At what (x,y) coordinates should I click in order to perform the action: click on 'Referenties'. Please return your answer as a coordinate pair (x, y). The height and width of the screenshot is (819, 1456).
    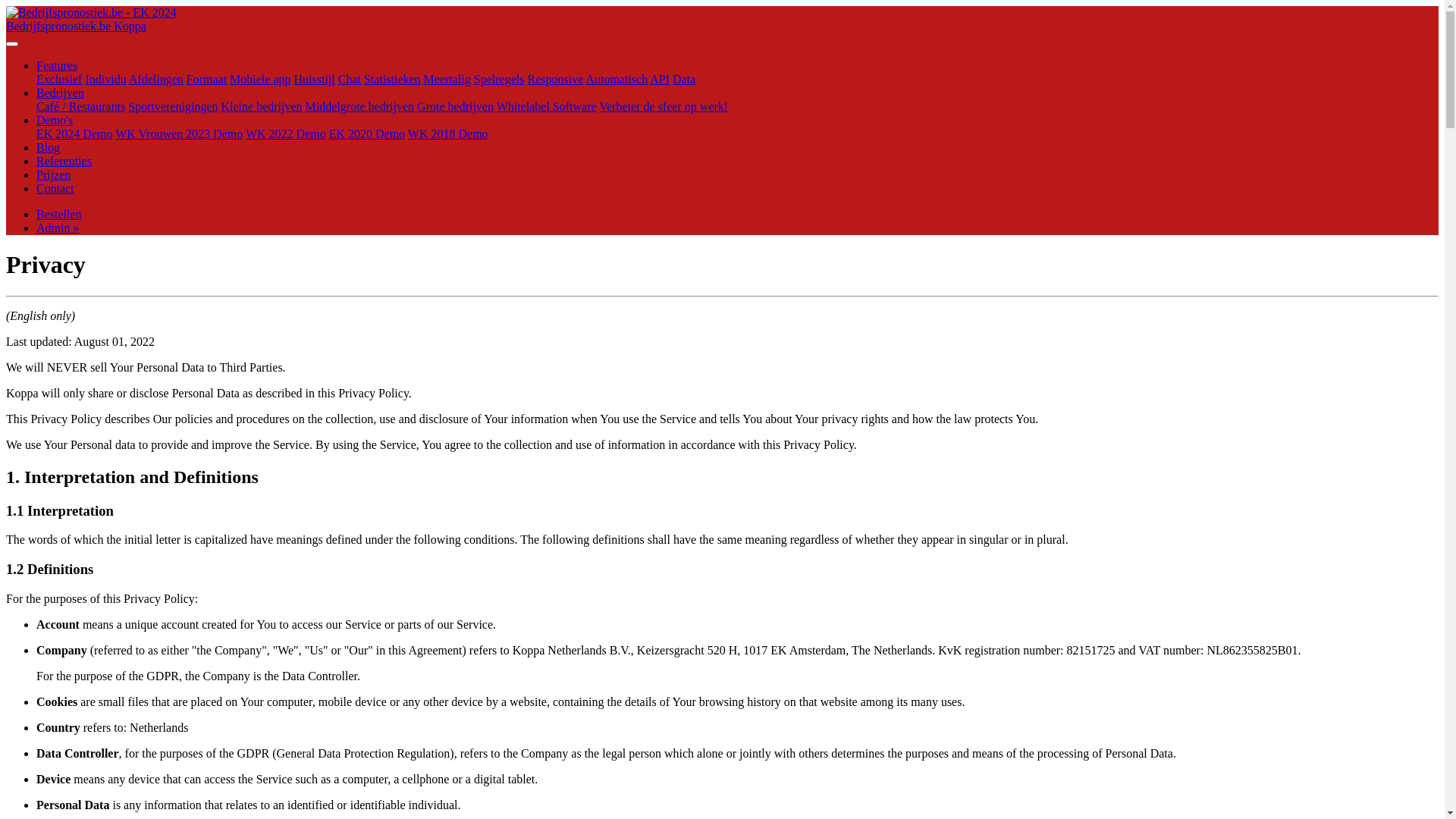
    Looking at the image, I should click on (63, 161).